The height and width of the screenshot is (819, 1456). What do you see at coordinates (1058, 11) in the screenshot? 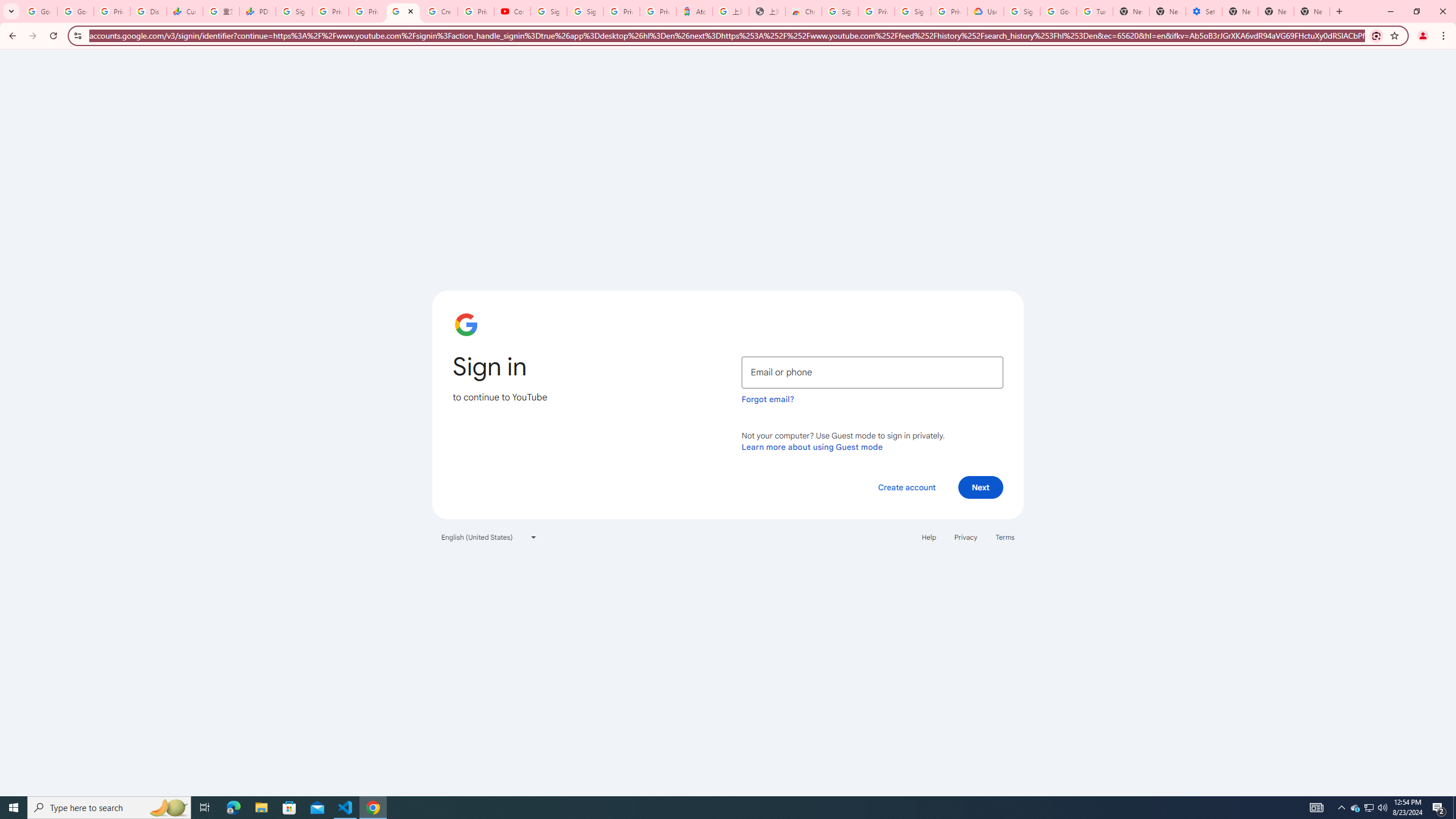
I see `'Google Account Help'` at bounding box center [1058, 11].